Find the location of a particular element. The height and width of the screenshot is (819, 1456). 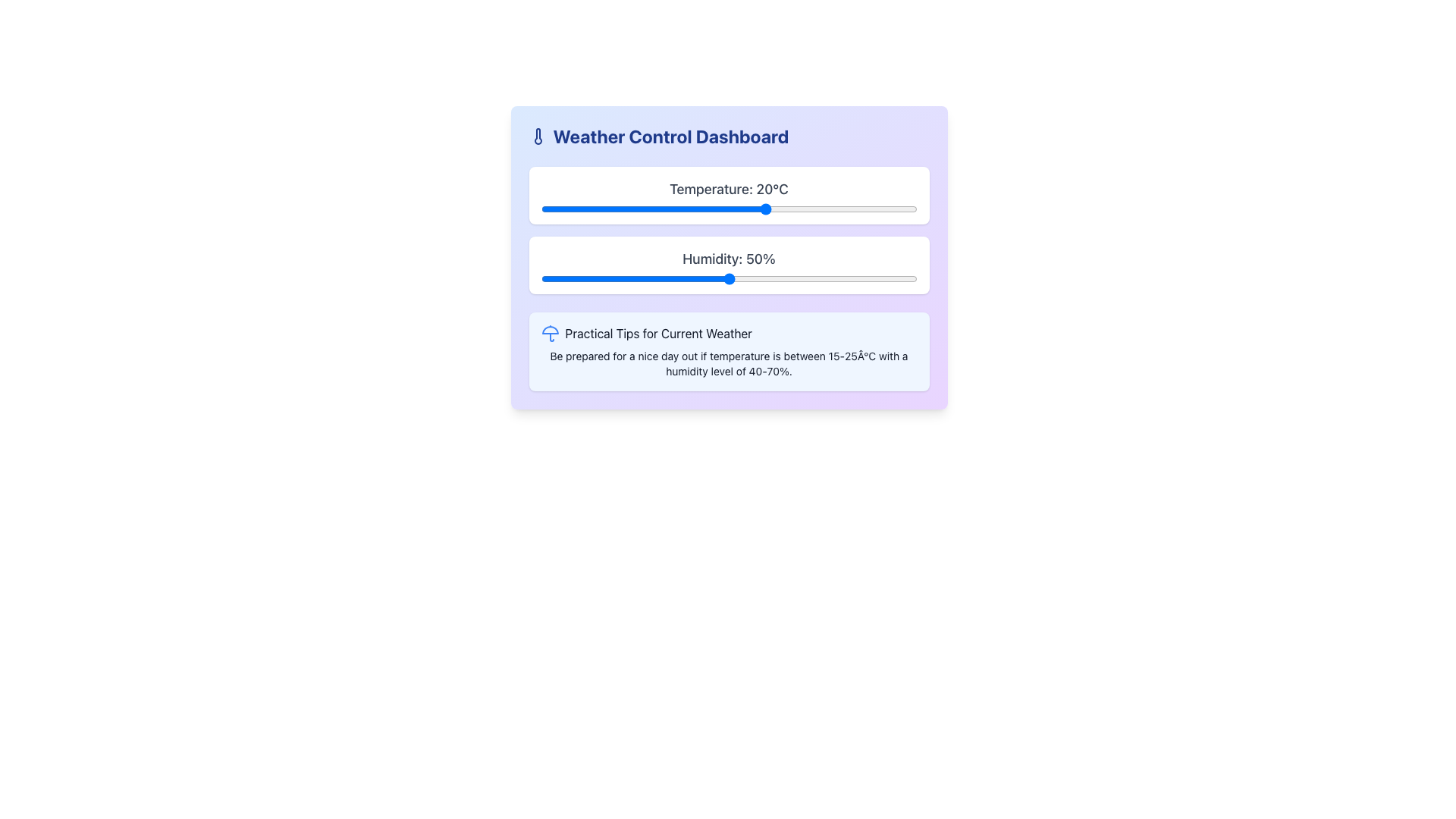

the blue circular icon component located at the top left of the 'Weather Control Dashboard' title is located at coordinates (549, 329).